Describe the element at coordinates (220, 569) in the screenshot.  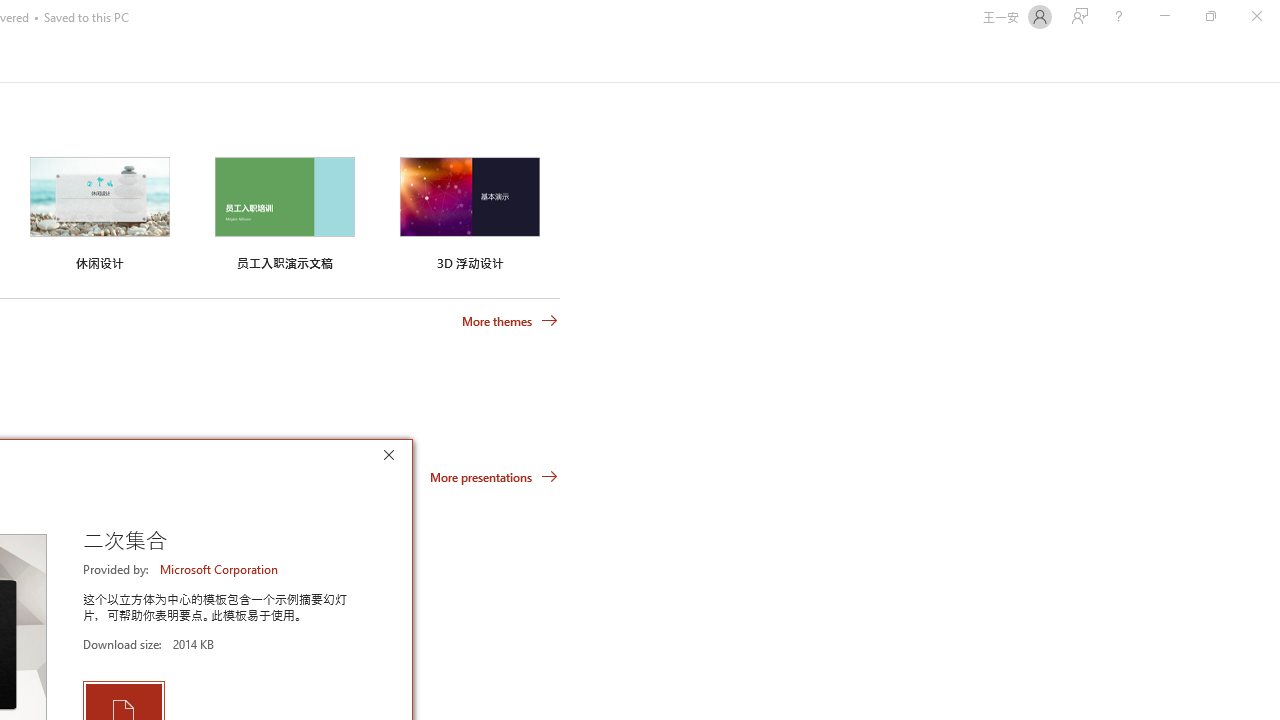
I see `'Microsoft Corporation'` at that location.